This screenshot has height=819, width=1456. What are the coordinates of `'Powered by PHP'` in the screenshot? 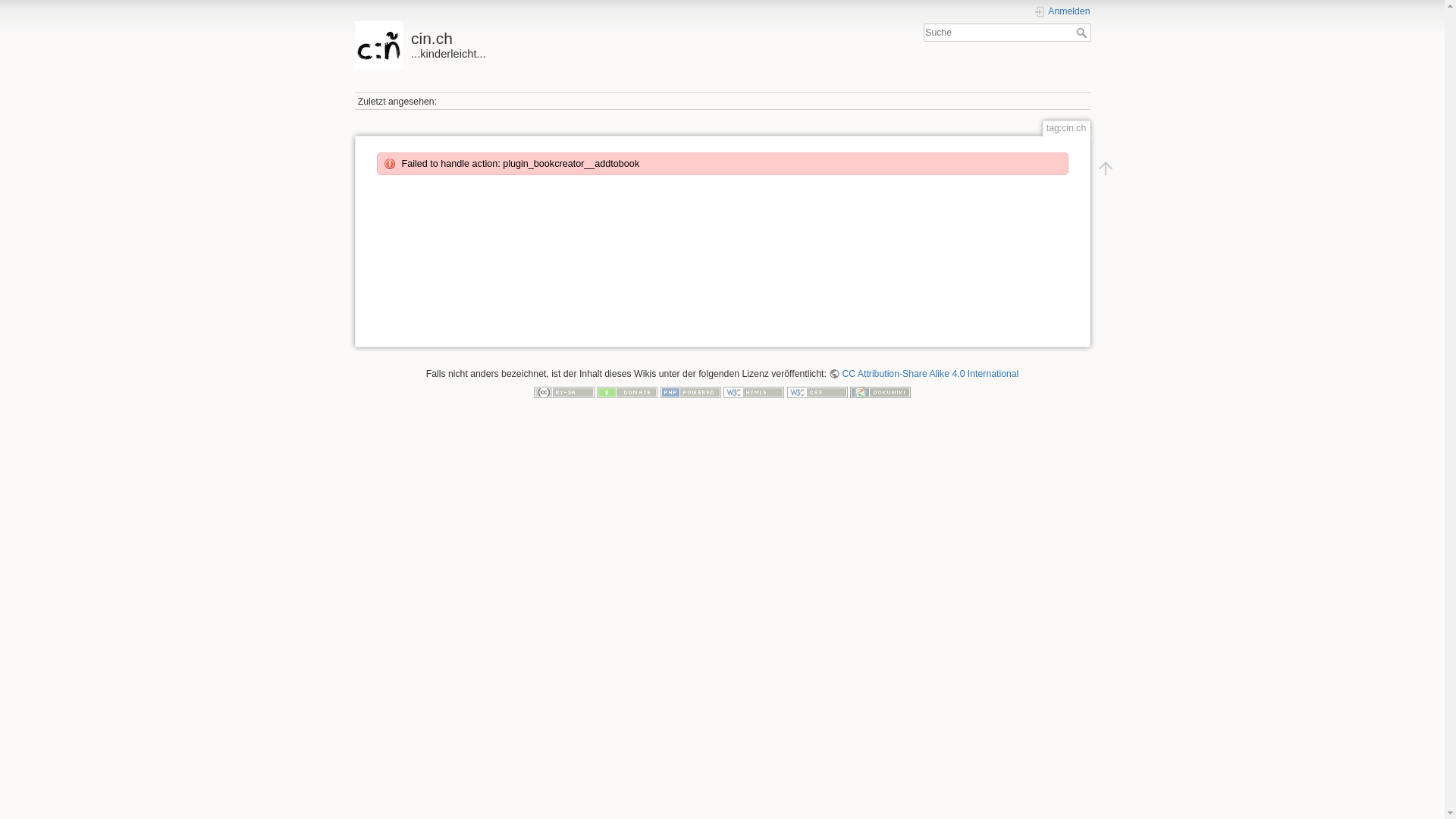 It's located at (690, 391).